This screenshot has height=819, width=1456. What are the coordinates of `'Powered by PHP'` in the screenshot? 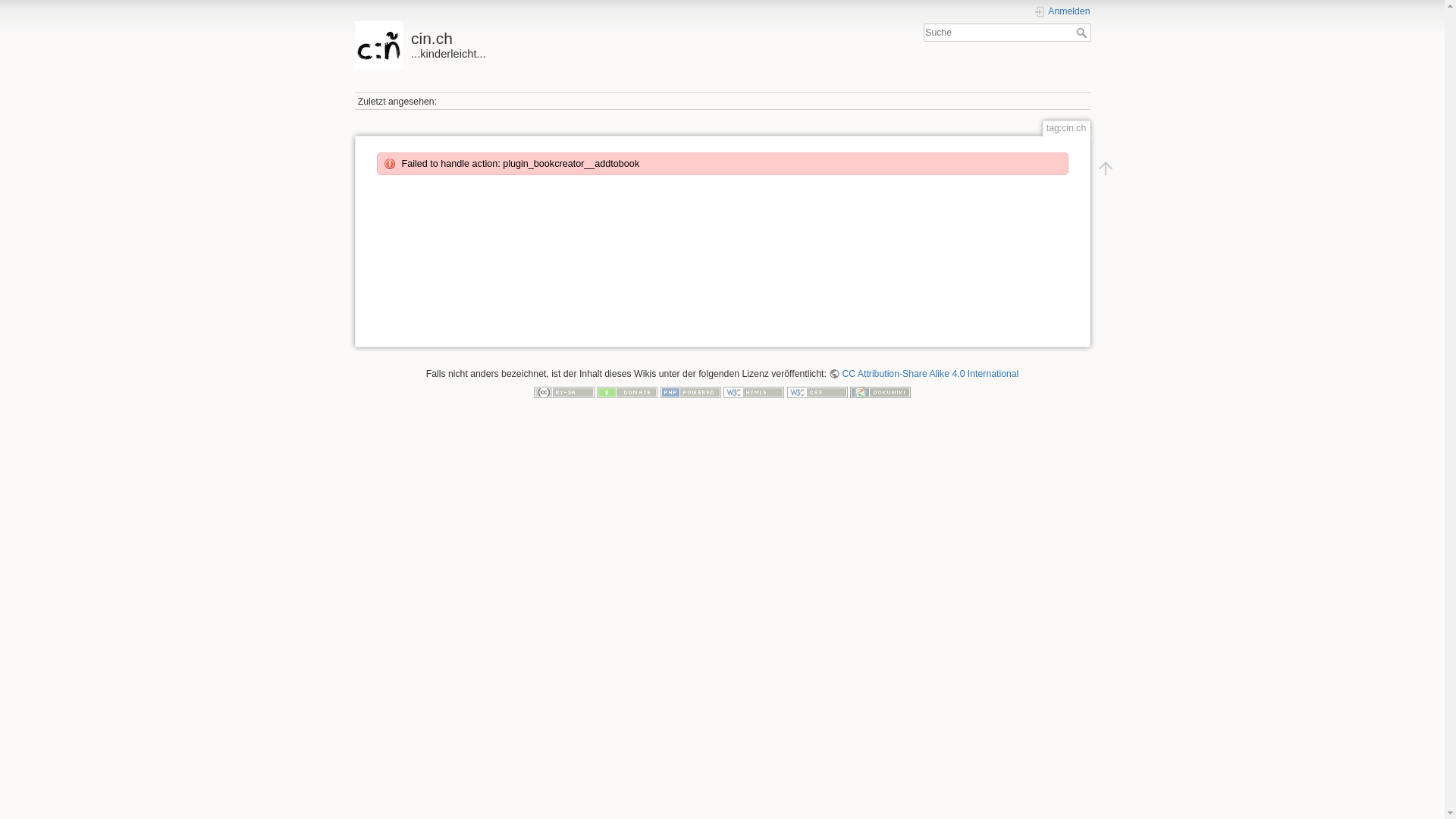 It's located at (690, 391).